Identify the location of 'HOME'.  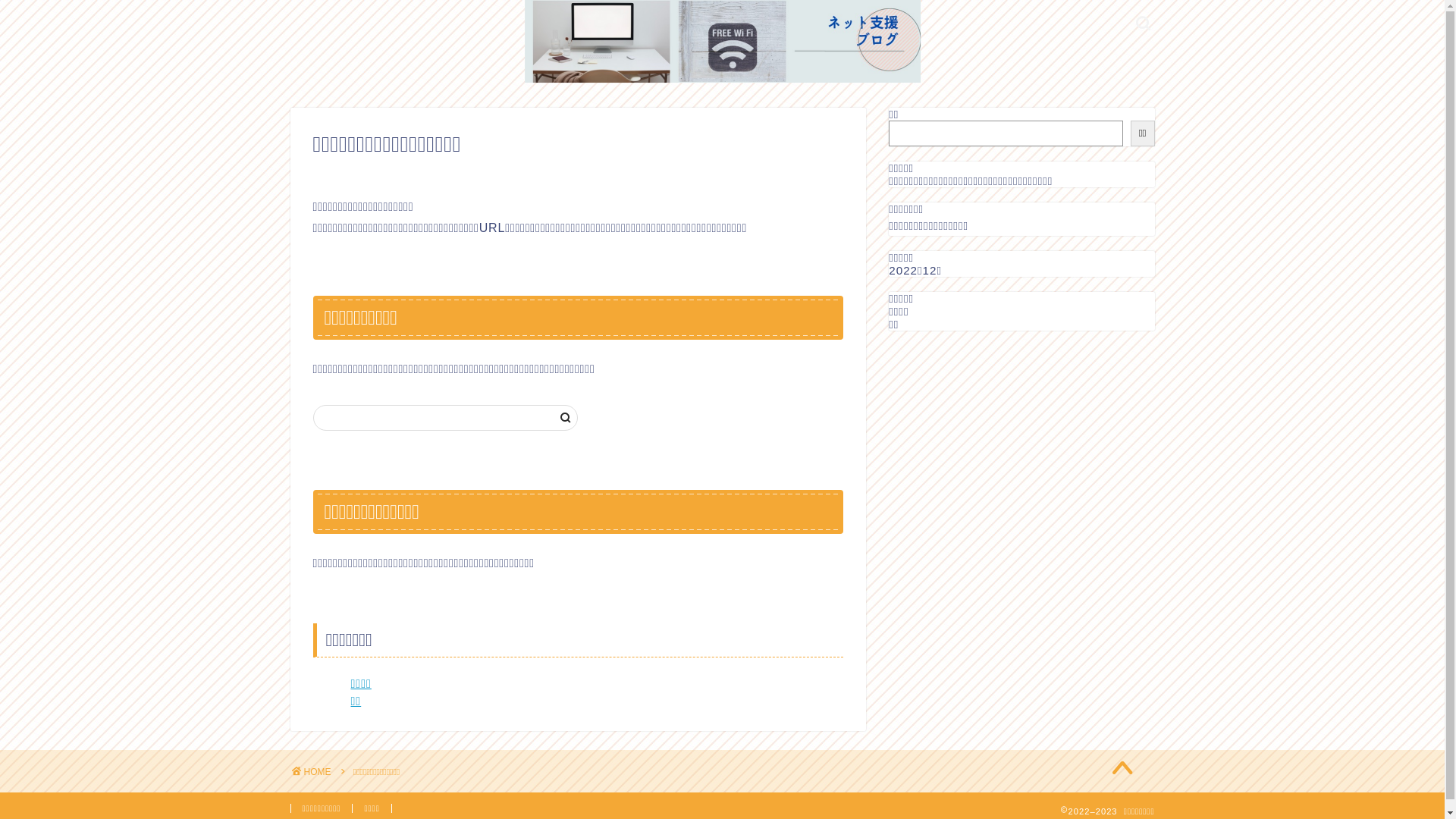
(309, 772).